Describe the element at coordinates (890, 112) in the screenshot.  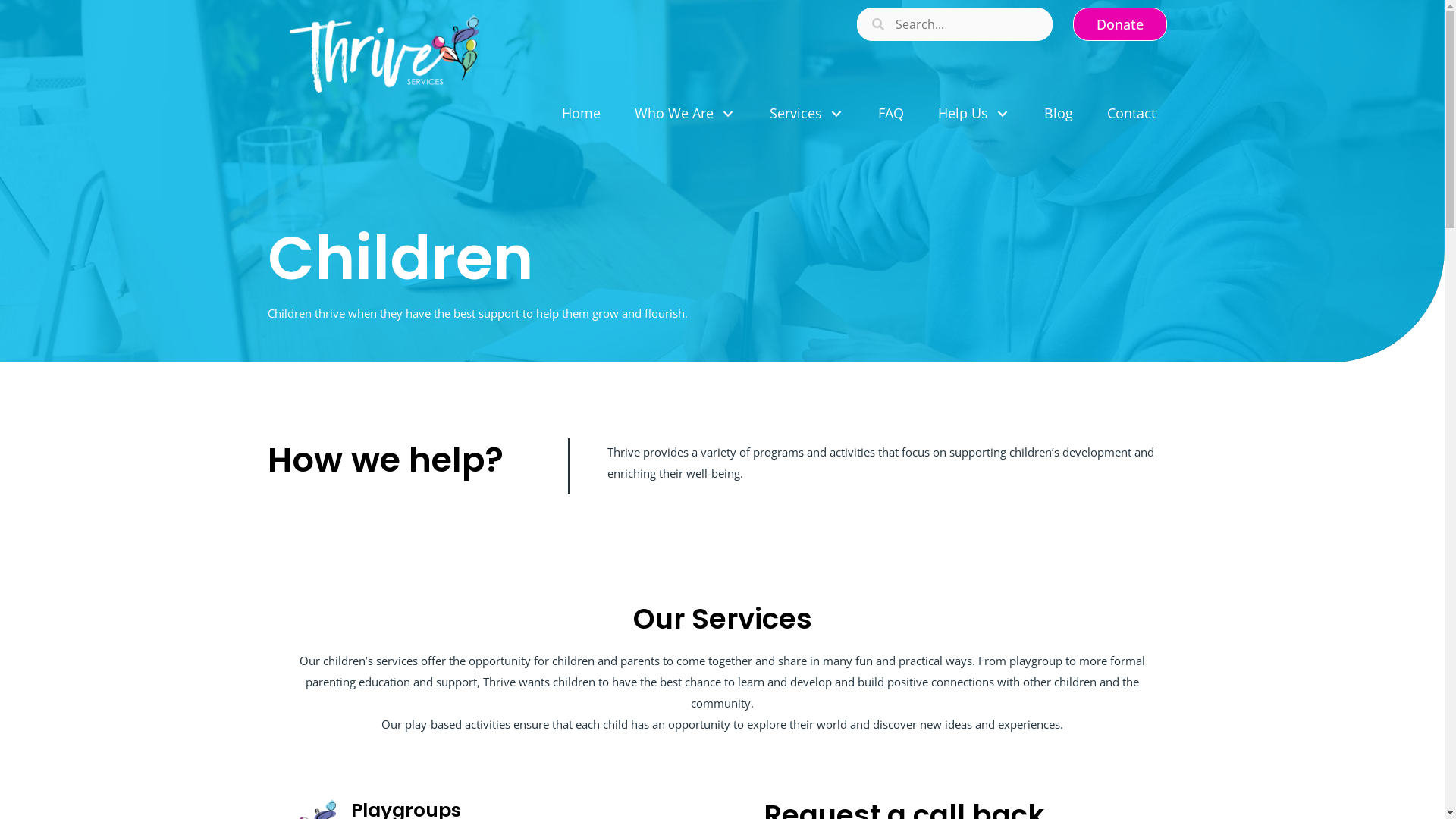
I see `'FAQ'` at that location.